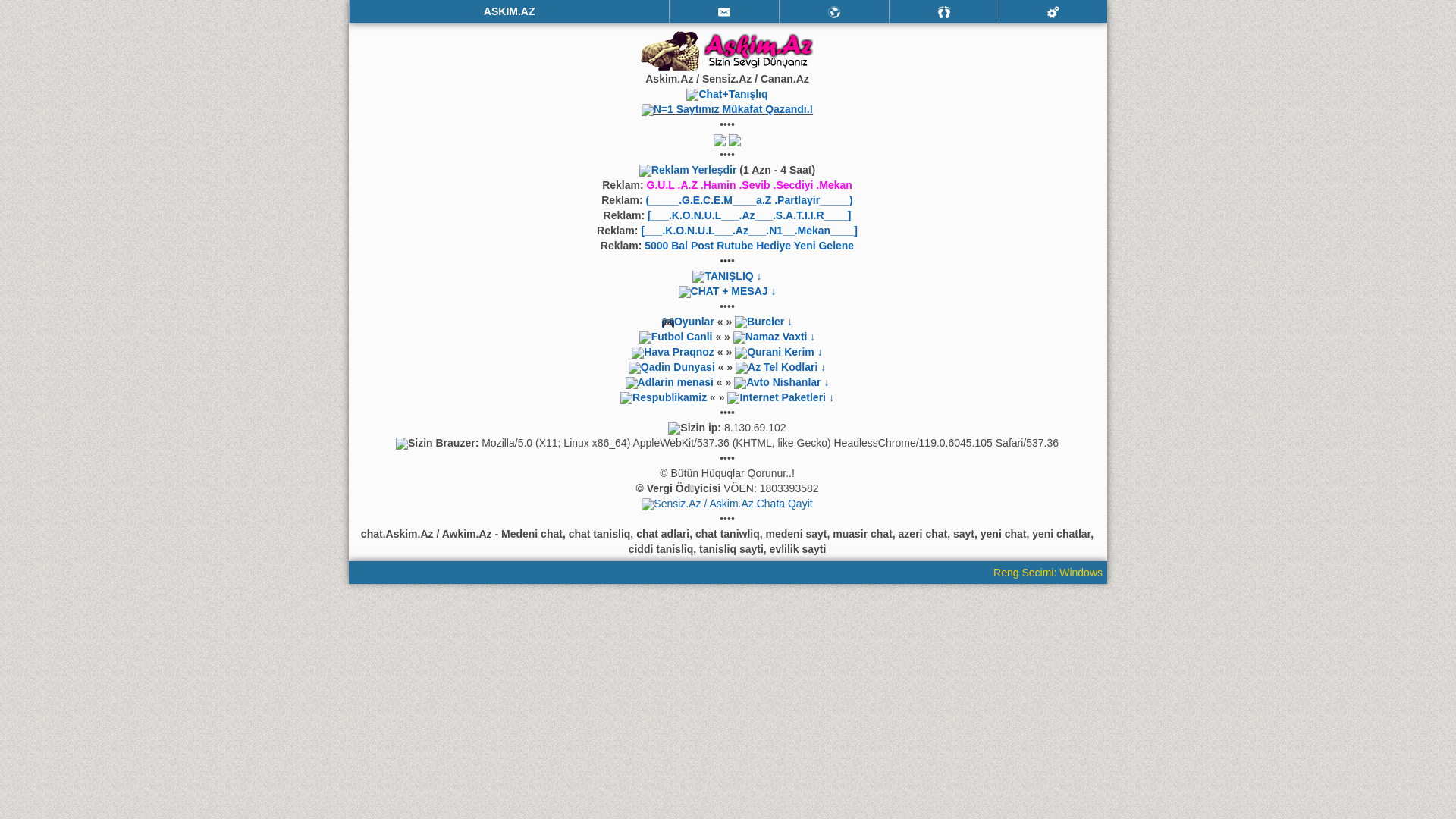 The image size is (1456, 819). I want to click on '5000 Bal Post Rutube Hediye Yeni Gelene', so click(749, 245).